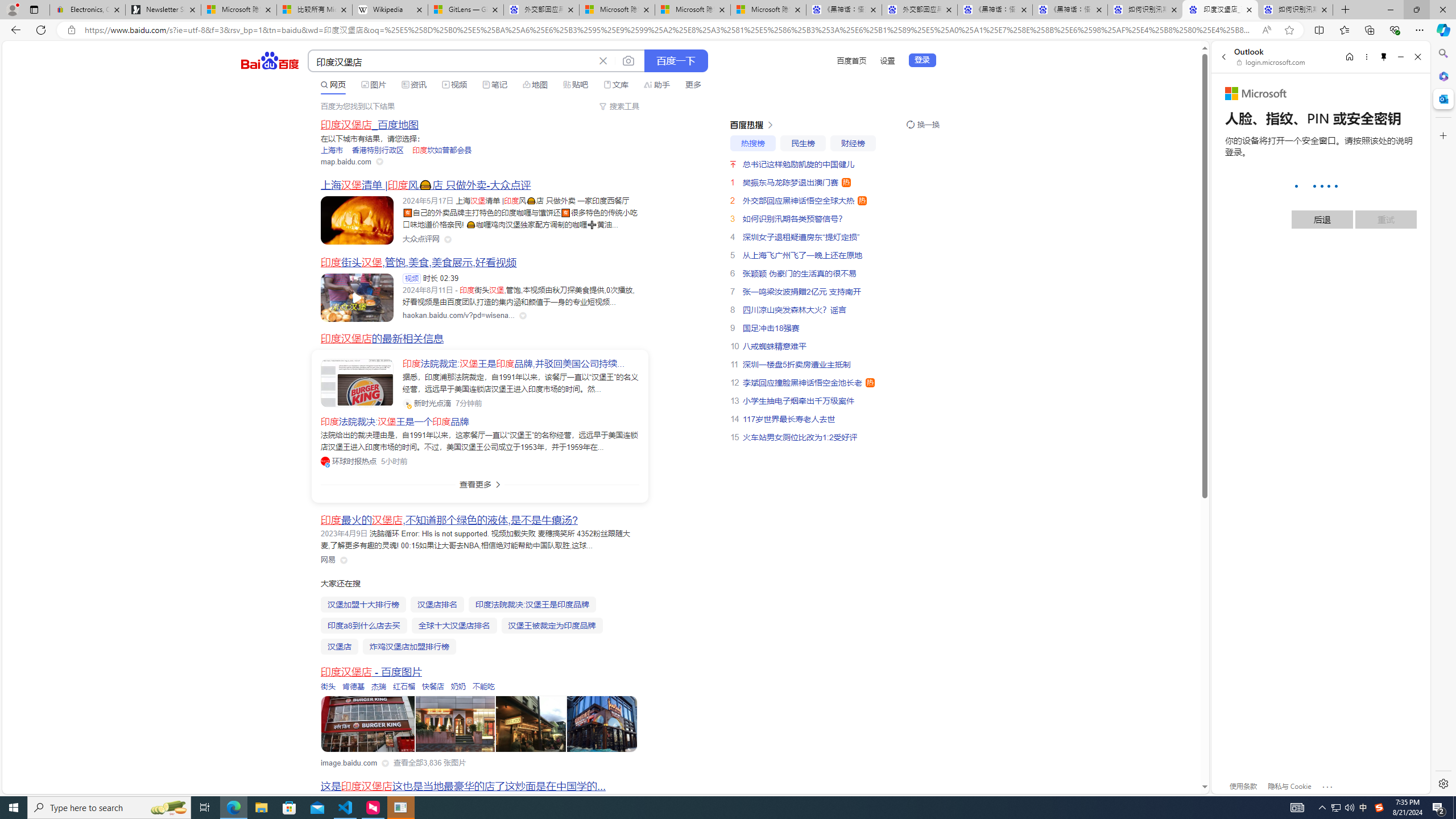 Image resolution: width=1456 pixels, height=819 pixels. I want to click on 'Unpin side pane', so click(1384, 56).